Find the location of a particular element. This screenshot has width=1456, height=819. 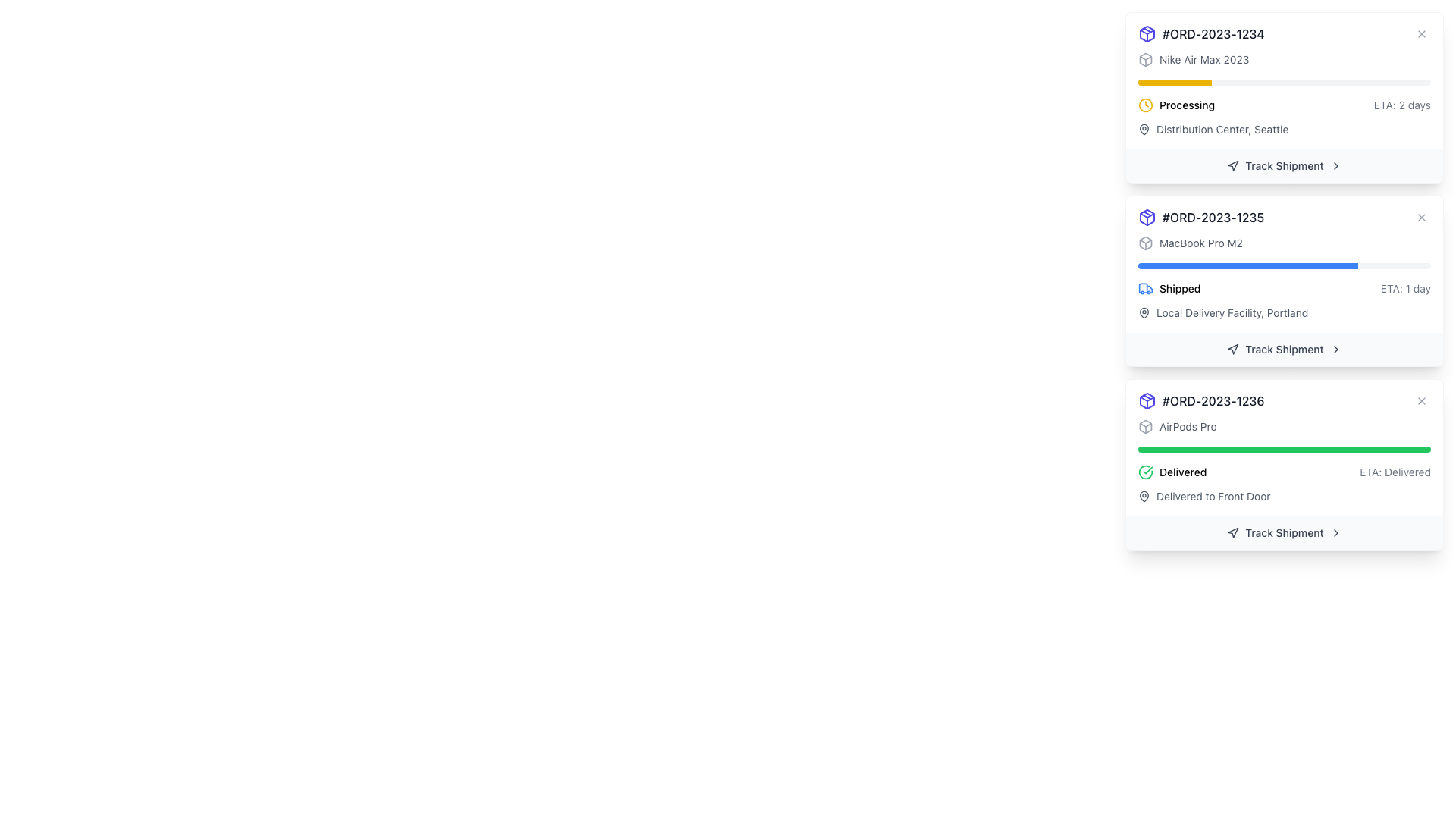

the close button located in the top-right corner of the card titled '#ORD-2023-1234' is located at coordinates (1421, 34).